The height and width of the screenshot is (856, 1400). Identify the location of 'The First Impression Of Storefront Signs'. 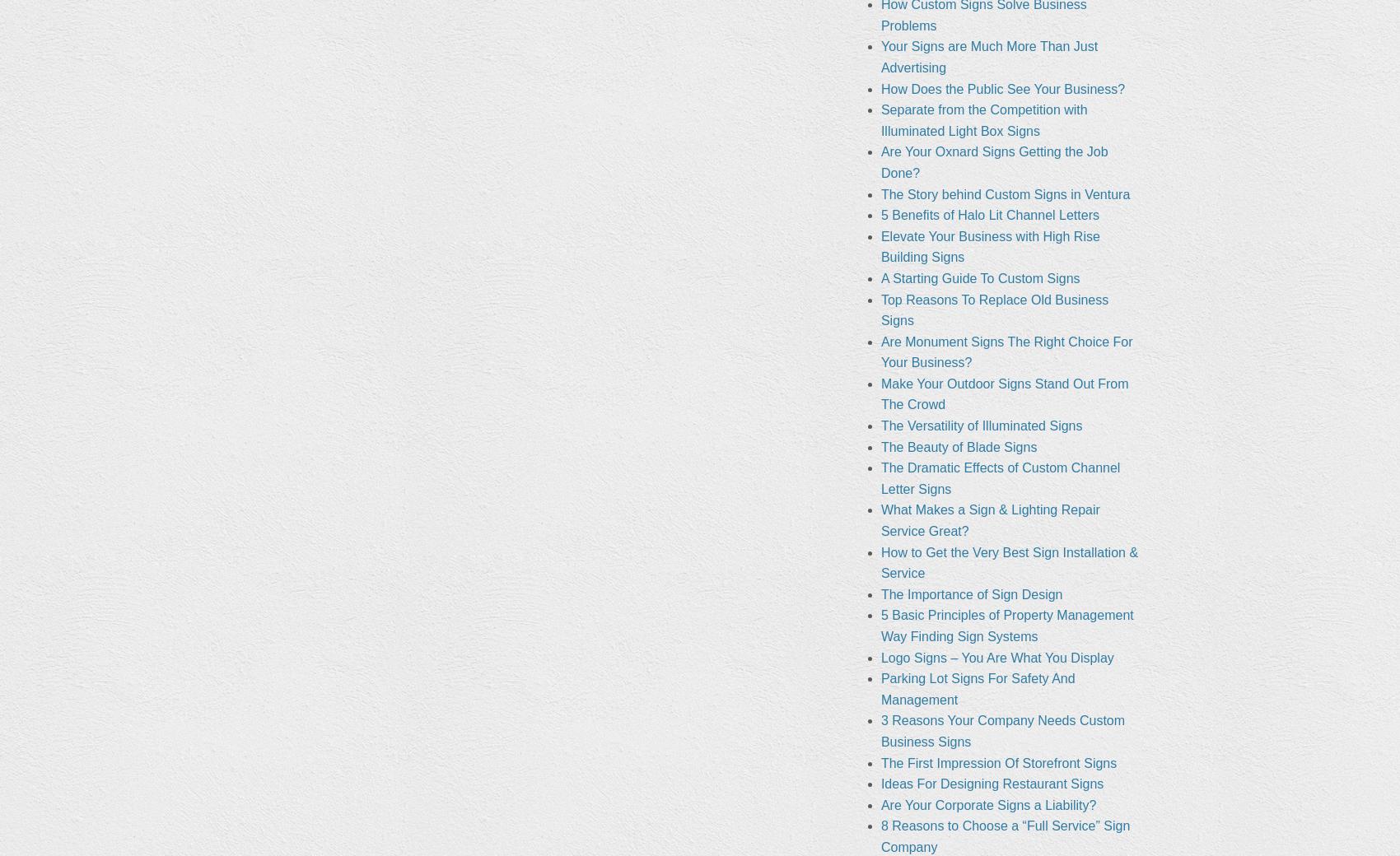
(997, 762).